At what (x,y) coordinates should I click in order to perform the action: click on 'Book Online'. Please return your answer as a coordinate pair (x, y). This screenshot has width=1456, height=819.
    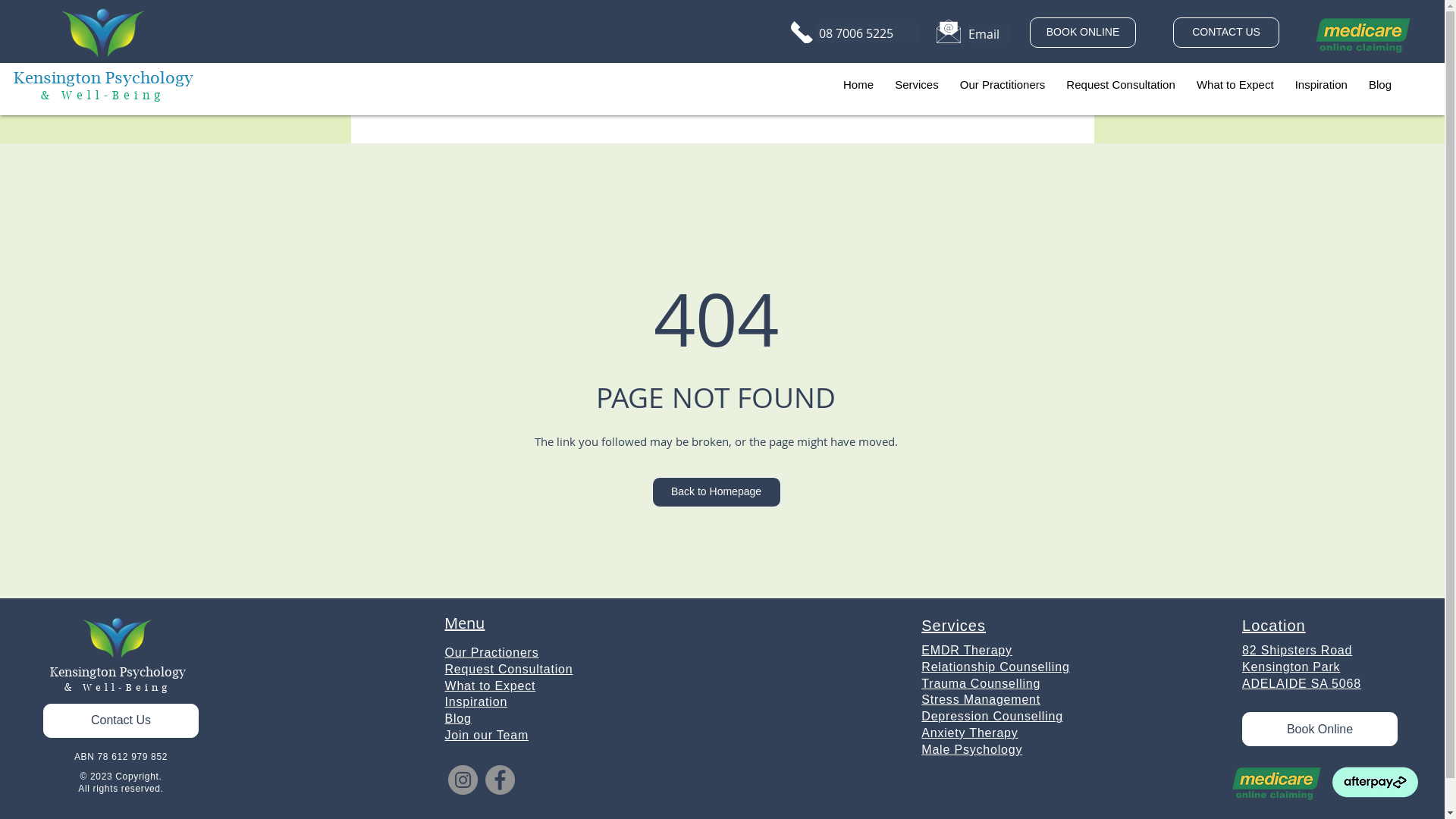
    Looking at the image, I should click on (1241, 728).